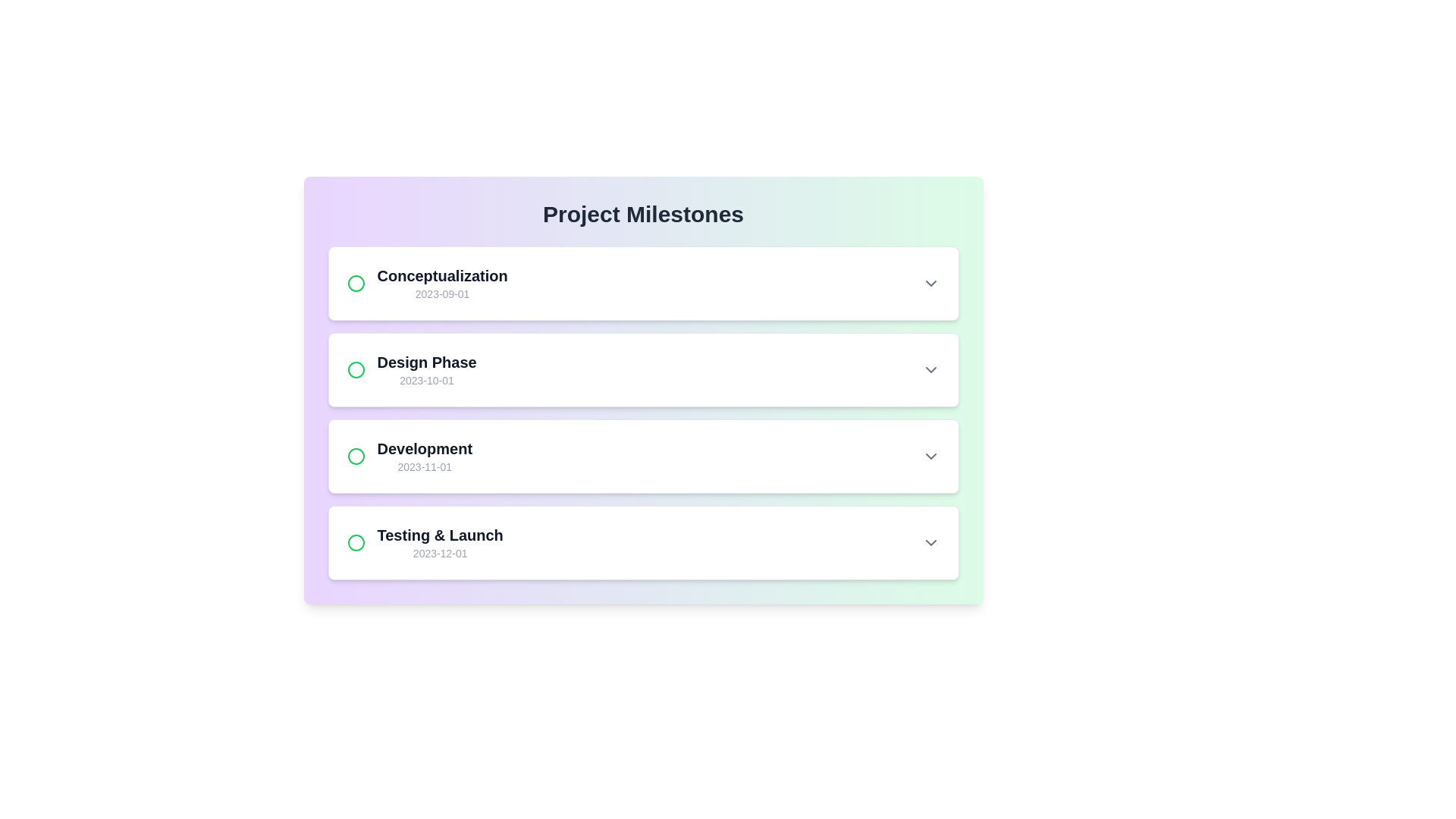 The image size is (1456, 819). Describe the element at coordinates (426, 370) in the screenshot. I see `the milestone label titled 'Design Phase' with the subtitle '2023-10-01', located in the second row of the 'Project Milestones' list` at that location.